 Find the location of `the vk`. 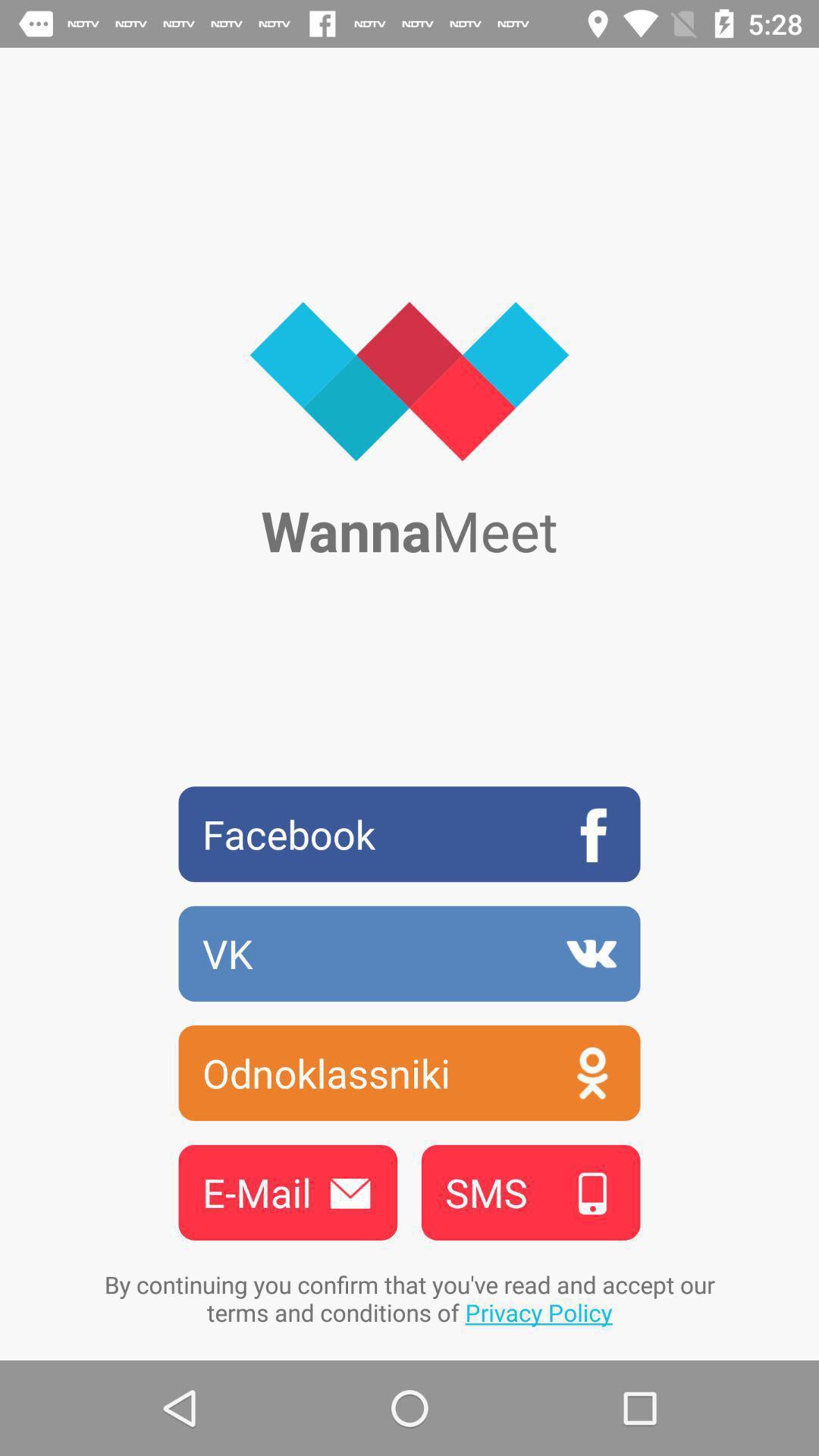

the vk is located at coordinates (409, 952).